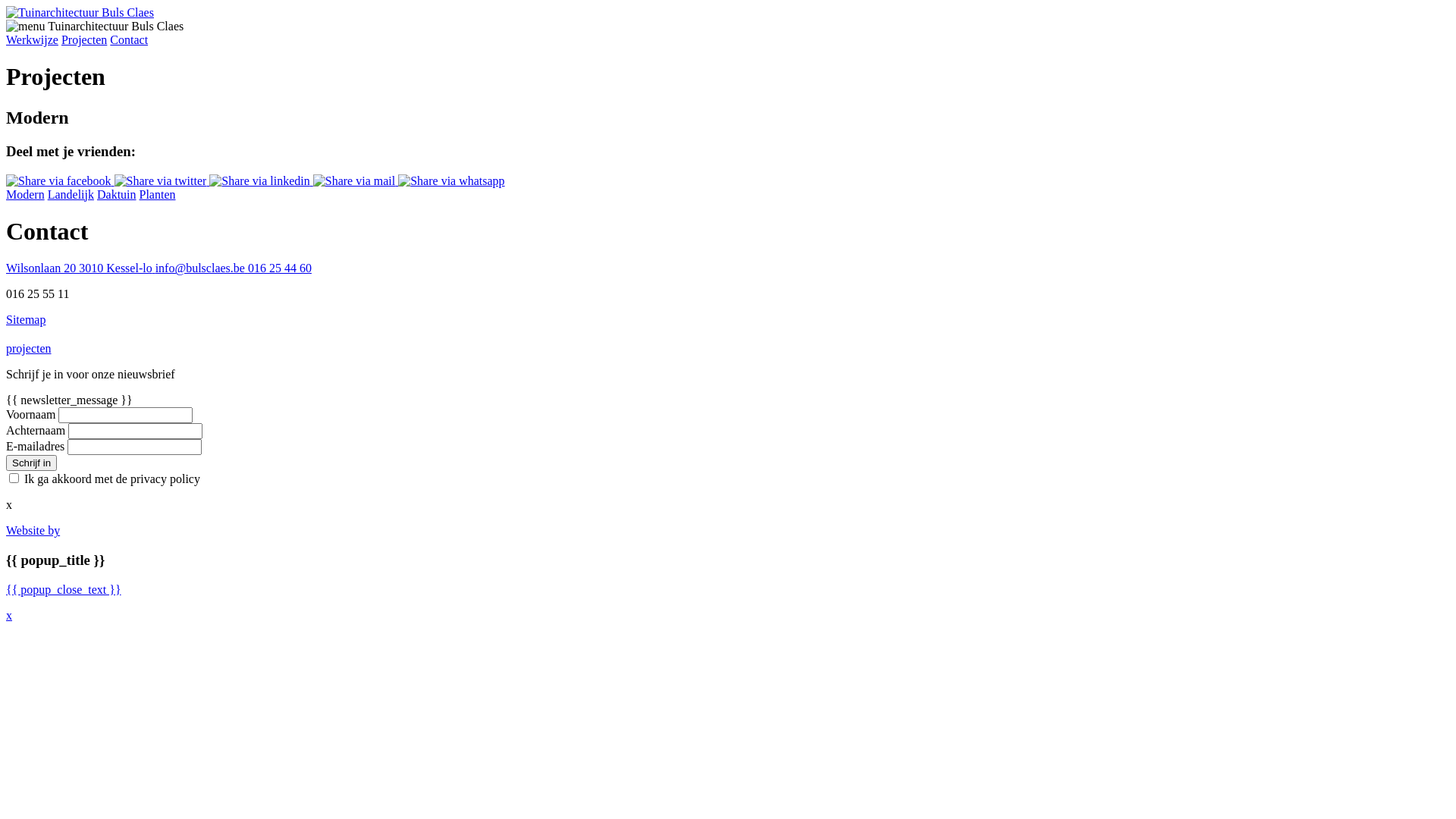  I want to click on 'Wilsonlaan 20 3010 Kessel-lo', so click(6, 267).